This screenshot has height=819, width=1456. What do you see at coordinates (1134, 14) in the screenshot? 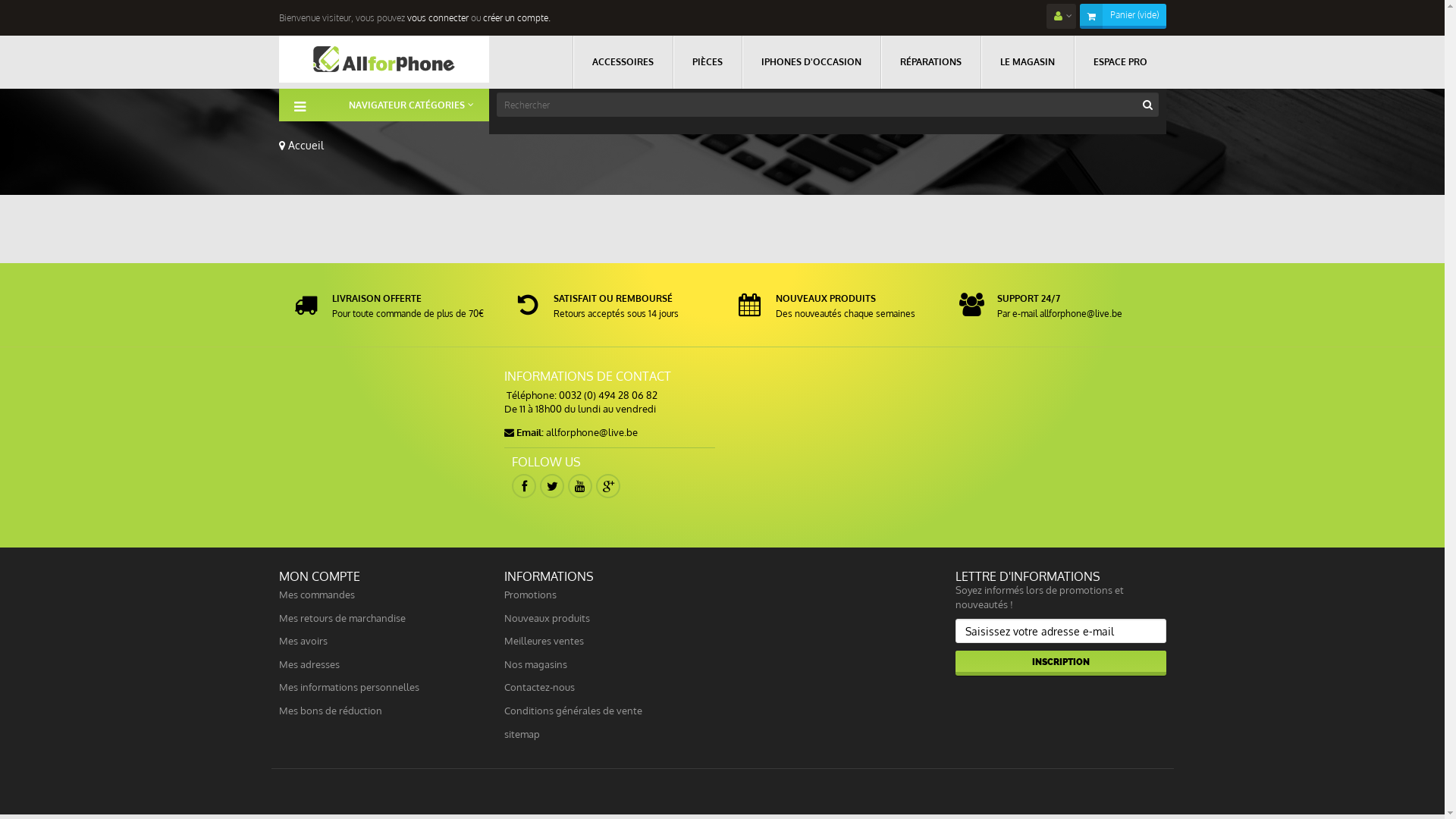
I see `'Panier (vide)'` at bounding box center [1134, 14].